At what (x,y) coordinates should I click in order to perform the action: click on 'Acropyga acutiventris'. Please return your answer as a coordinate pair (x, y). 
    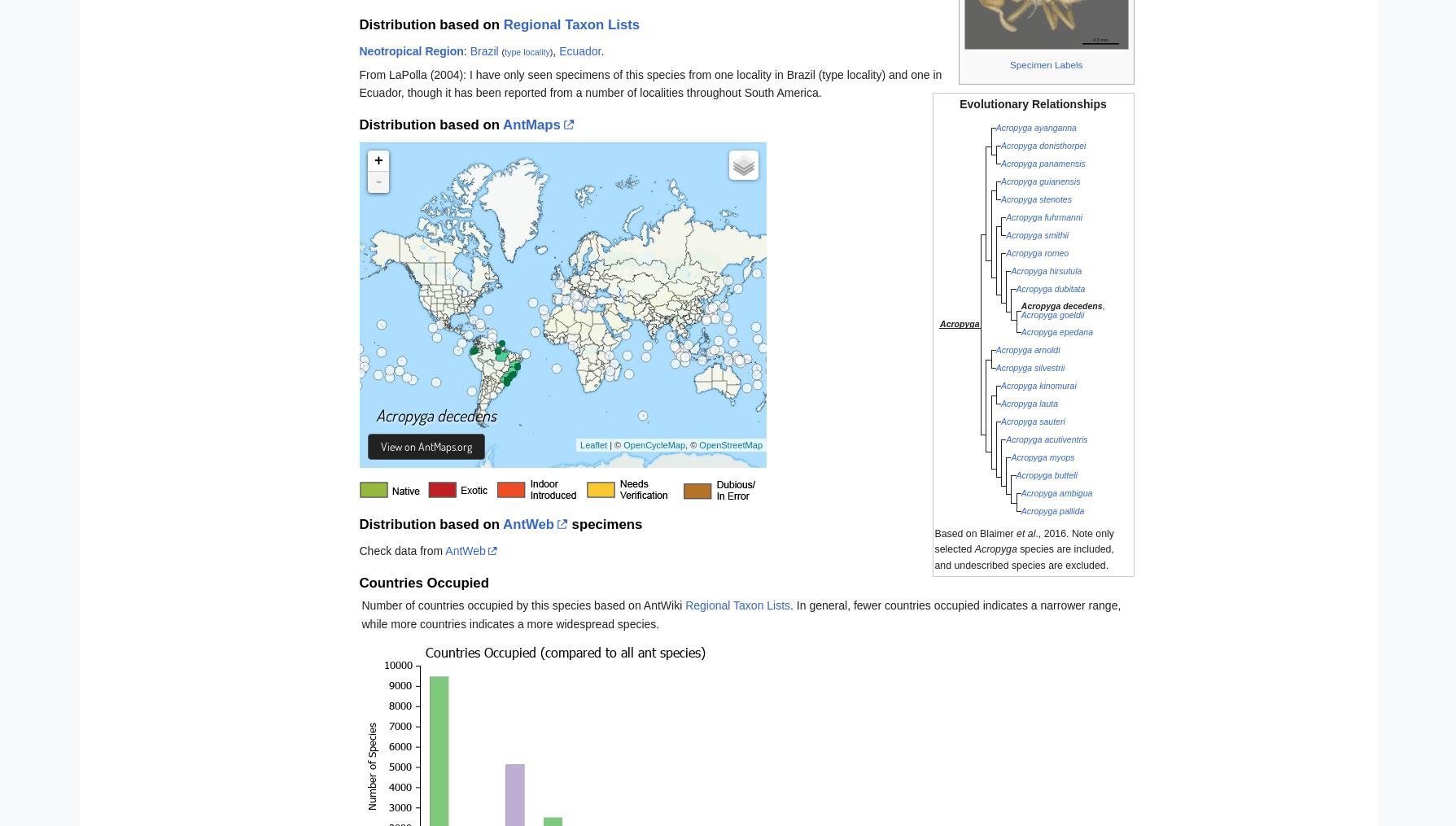
    Looking at the image, I should click on (1046, 439).